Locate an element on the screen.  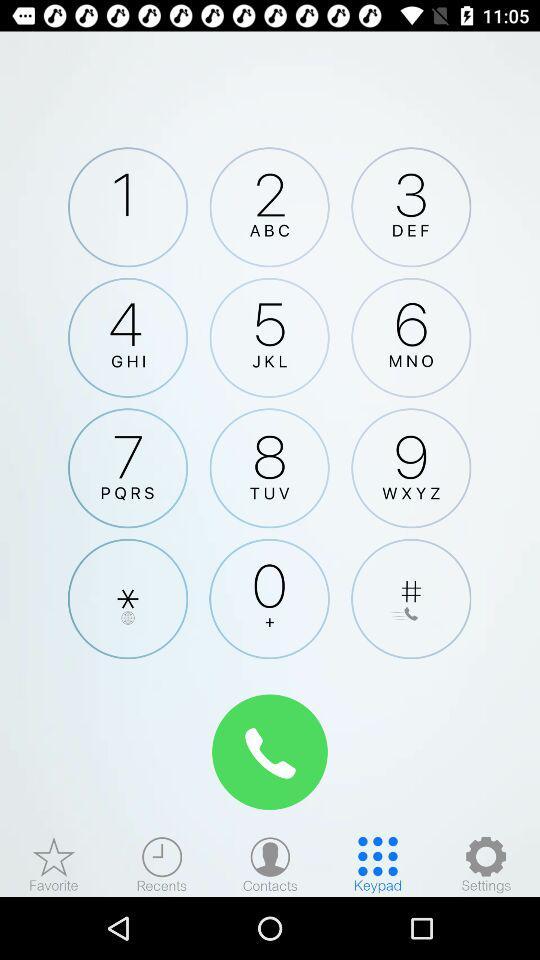
call is located at coordinates (270, 751).